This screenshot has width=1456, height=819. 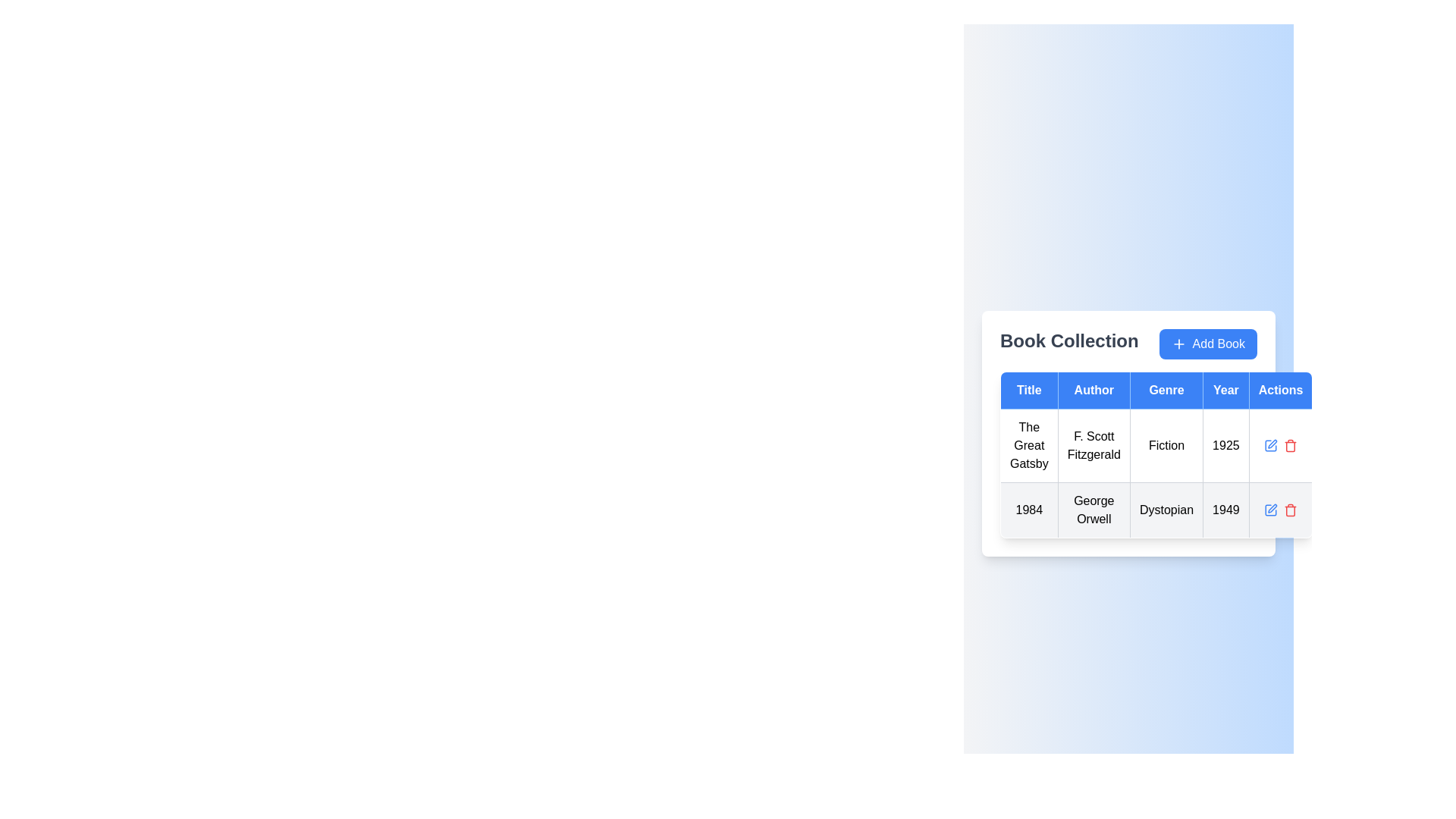 I want to click on the table cell containing the text 'Fiction' in the third column under the 'Genre' header of the first row for the book 'The Great Gatsby', so click(x=1156, y=454).